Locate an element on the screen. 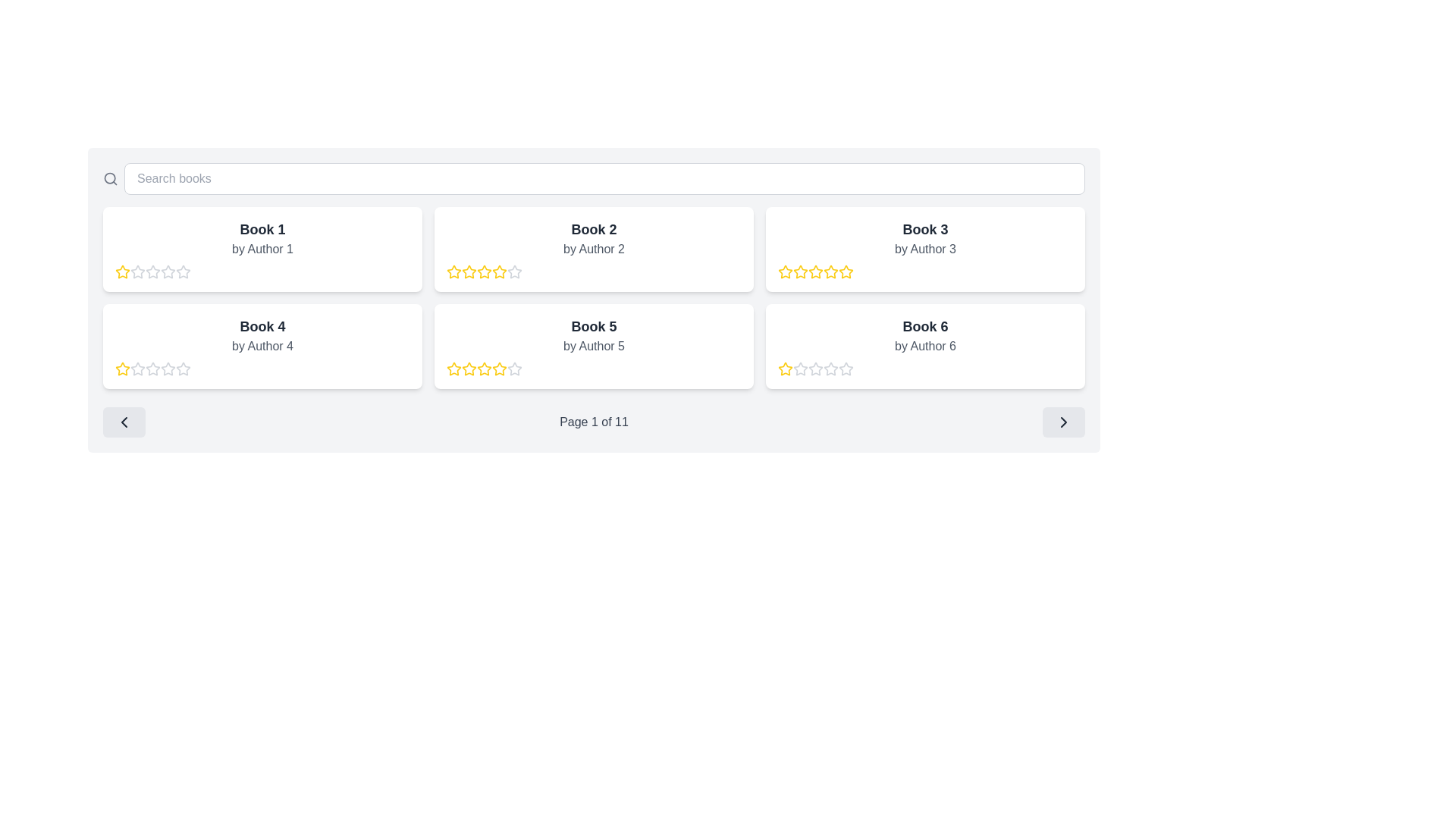 Image resolution: width=1456 pixels, height=819 pixels. the sixth card is located at coordinates (924, 346).